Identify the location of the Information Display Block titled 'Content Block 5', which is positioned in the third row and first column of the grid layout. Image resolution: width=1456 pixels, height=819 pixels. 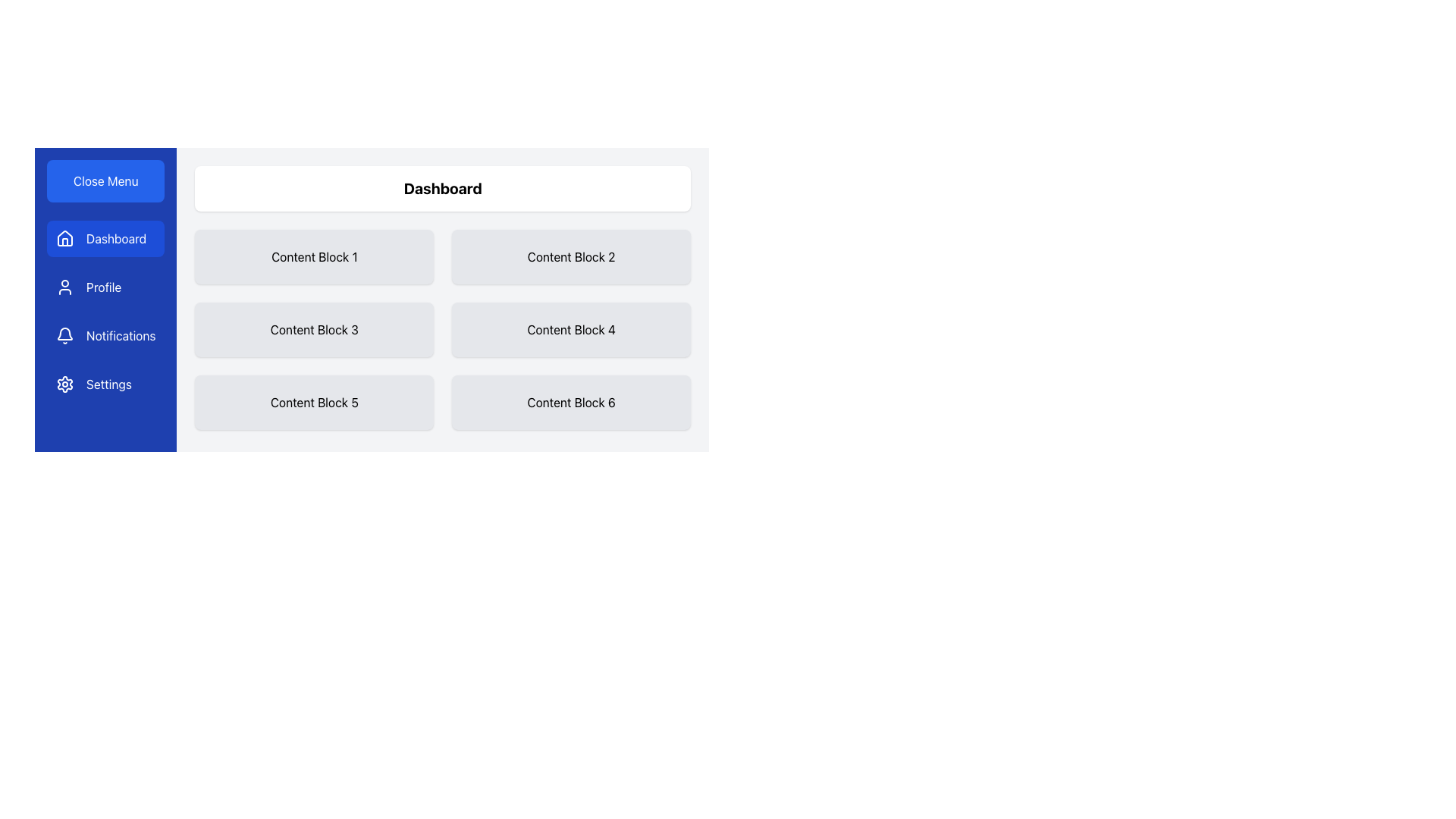
(313, 402).